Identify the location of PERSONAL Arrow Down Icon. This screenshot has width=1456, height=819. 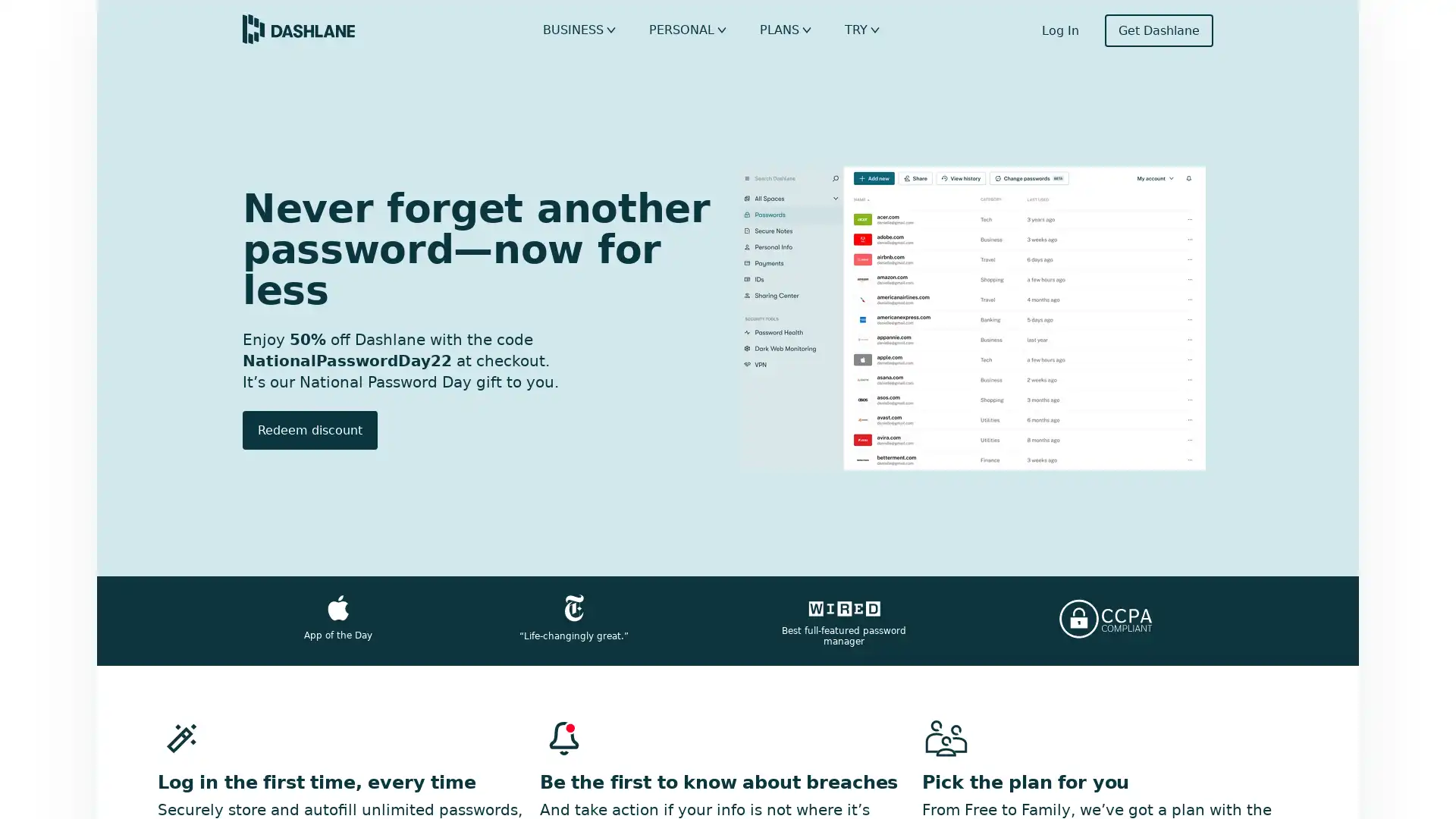
(694, 30).